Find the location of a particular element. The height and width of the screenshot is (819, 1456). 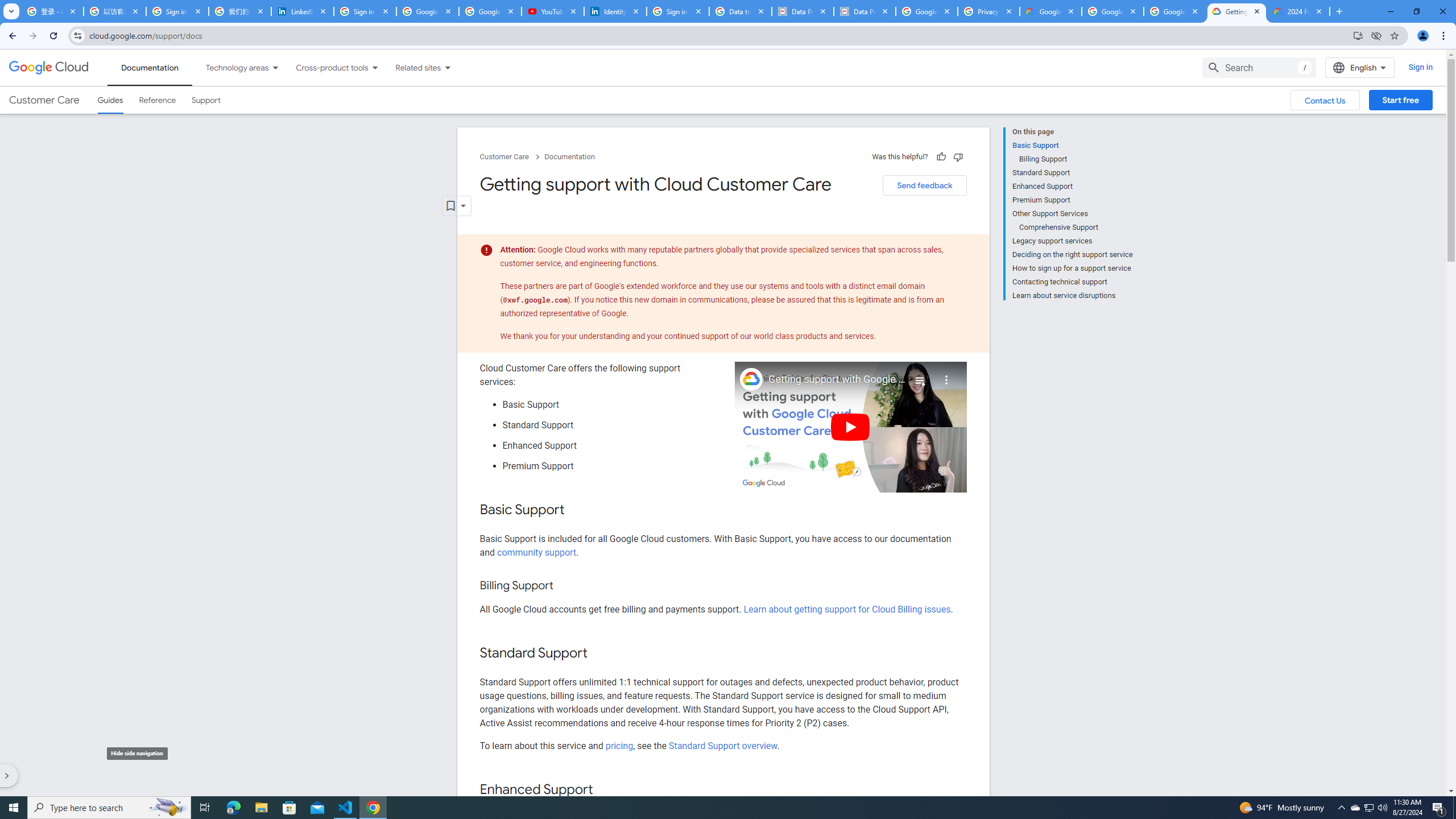

'Photo image of Google Cloud Tech' is located at coordinates (751, 379).